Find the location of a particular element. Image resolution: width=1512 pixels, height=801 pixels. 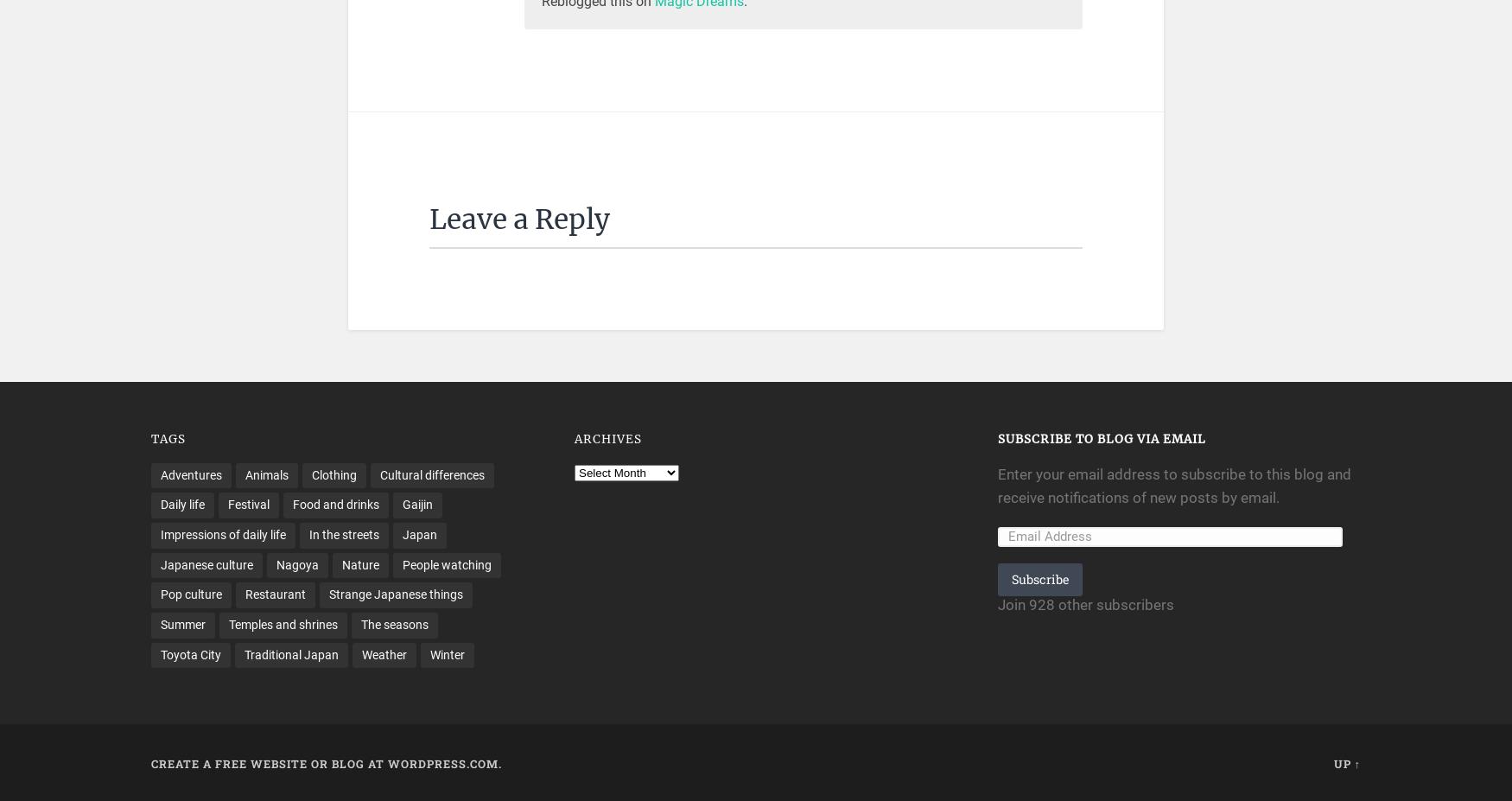

'Summer' is located at coordinates (182, 623).